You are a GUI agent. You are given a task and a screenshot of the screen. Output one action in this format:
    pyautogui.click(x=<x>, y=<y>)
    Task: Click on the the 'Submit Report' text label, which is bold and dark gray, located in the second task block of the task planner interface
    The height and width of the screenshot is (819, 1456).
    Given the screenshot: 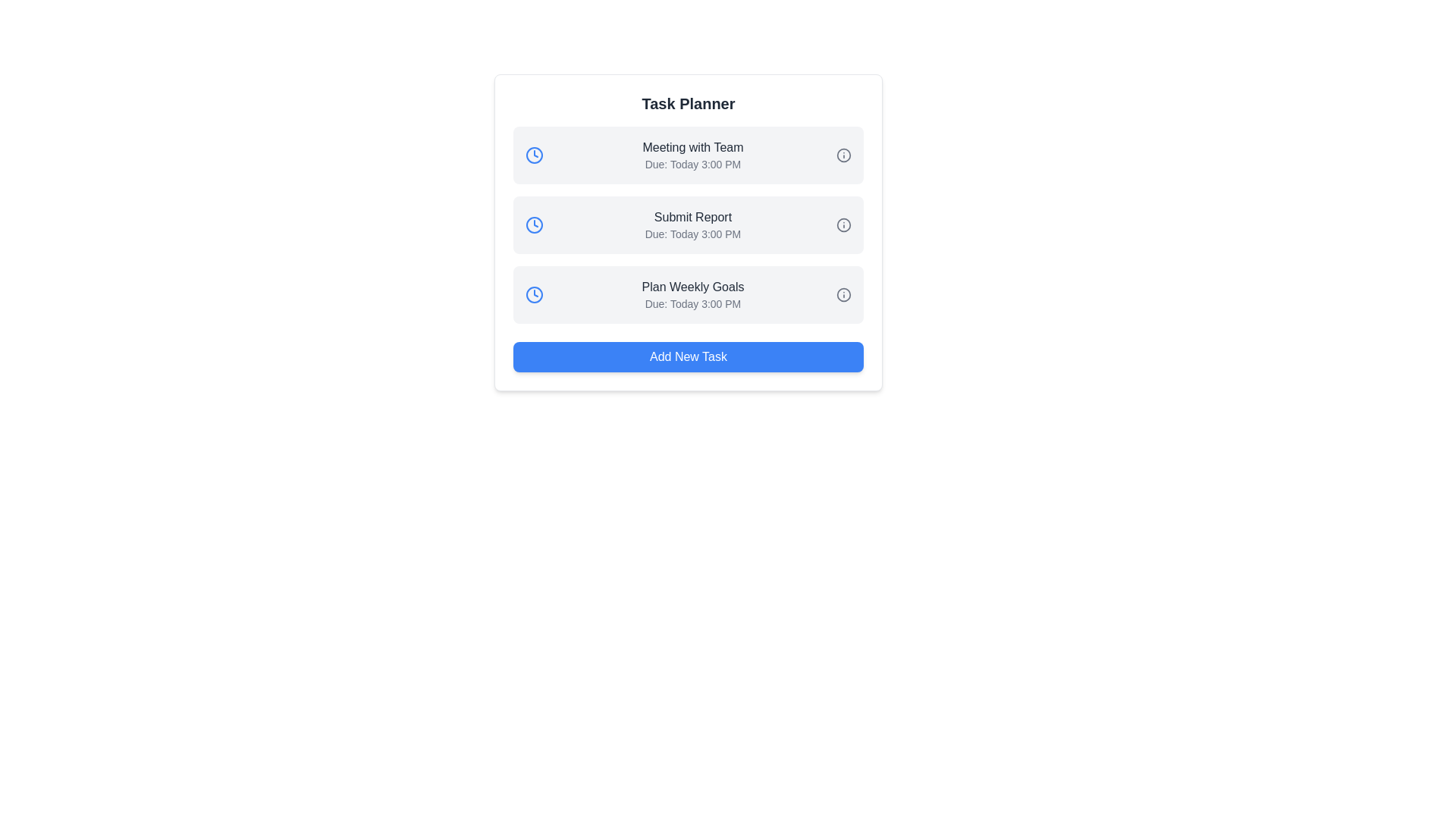 What is the action you would take?
    pyautogui.click(x=692, y=217)
    